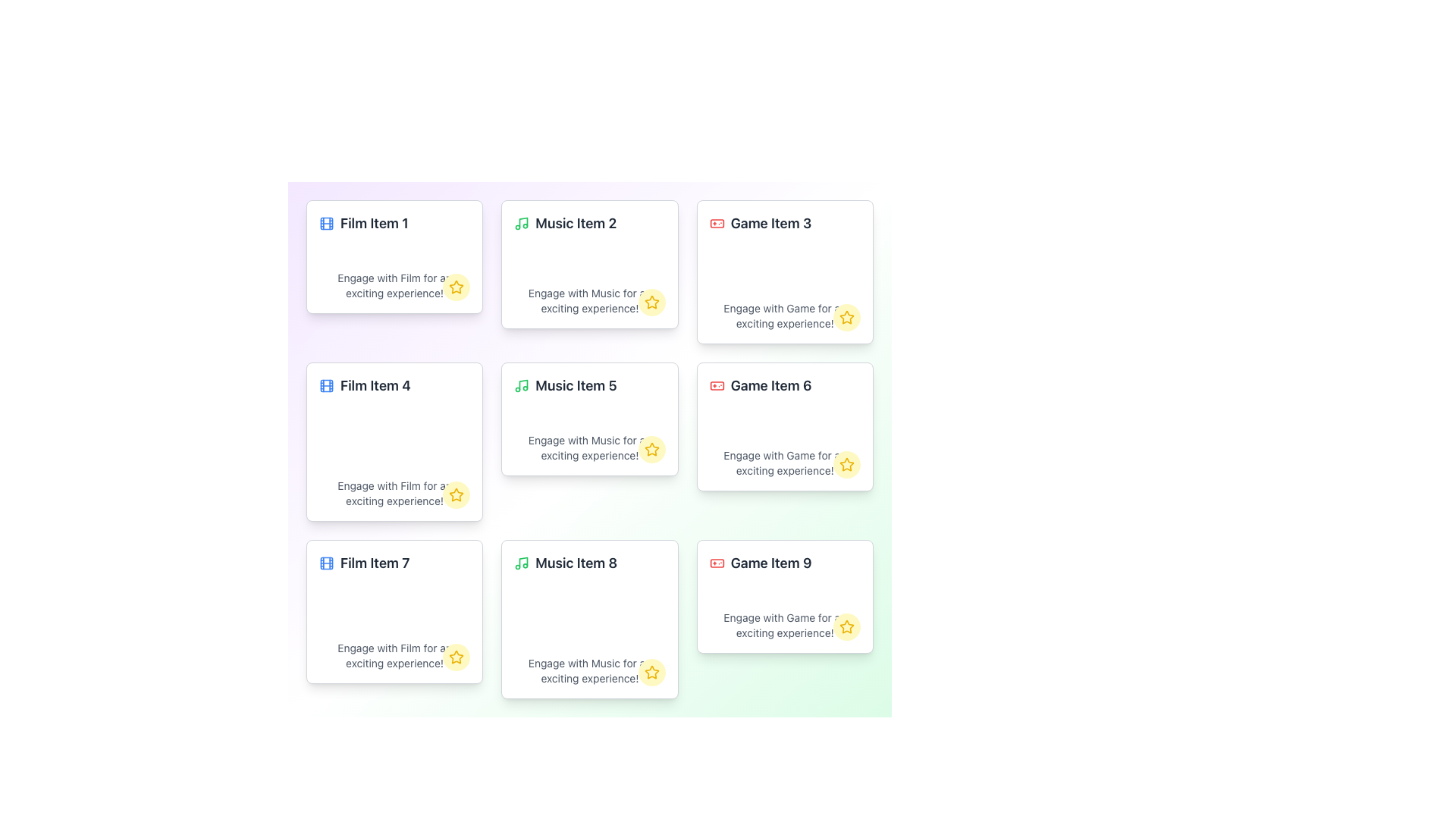 The height and width of the screenshot is (819, 1456). Describe the element at coordinates (785, 427) in the screenshot. I see `the sixth game-related item card in the grid layout, which displays details and a preview of the item` at that location.